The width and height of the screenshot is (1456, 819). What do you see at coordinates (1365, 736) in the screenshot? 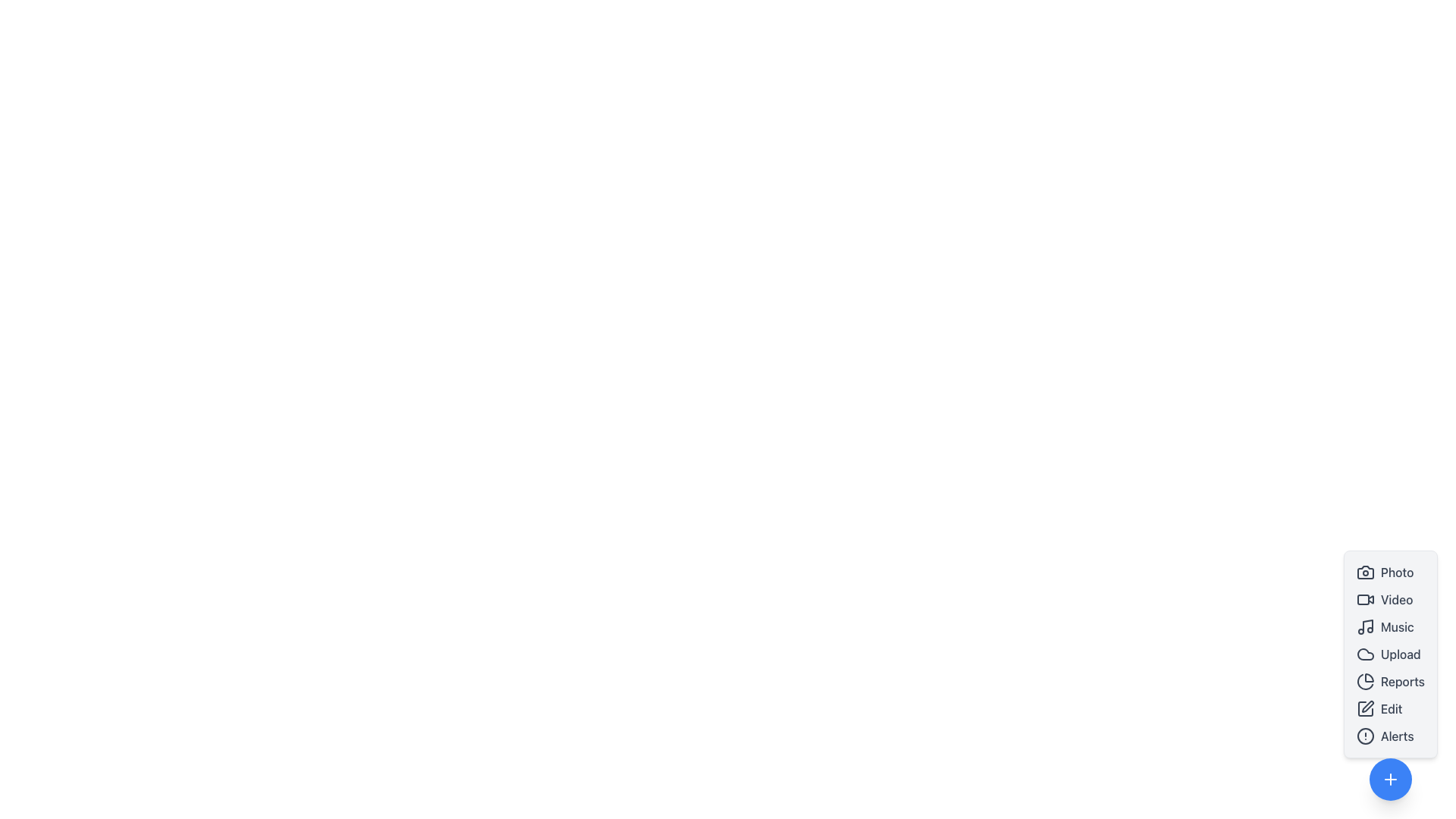
I see `the SVG Circle located at the center of the alert symbol in the bottom-right corner of the interface` at bounding box center [1365, 736].